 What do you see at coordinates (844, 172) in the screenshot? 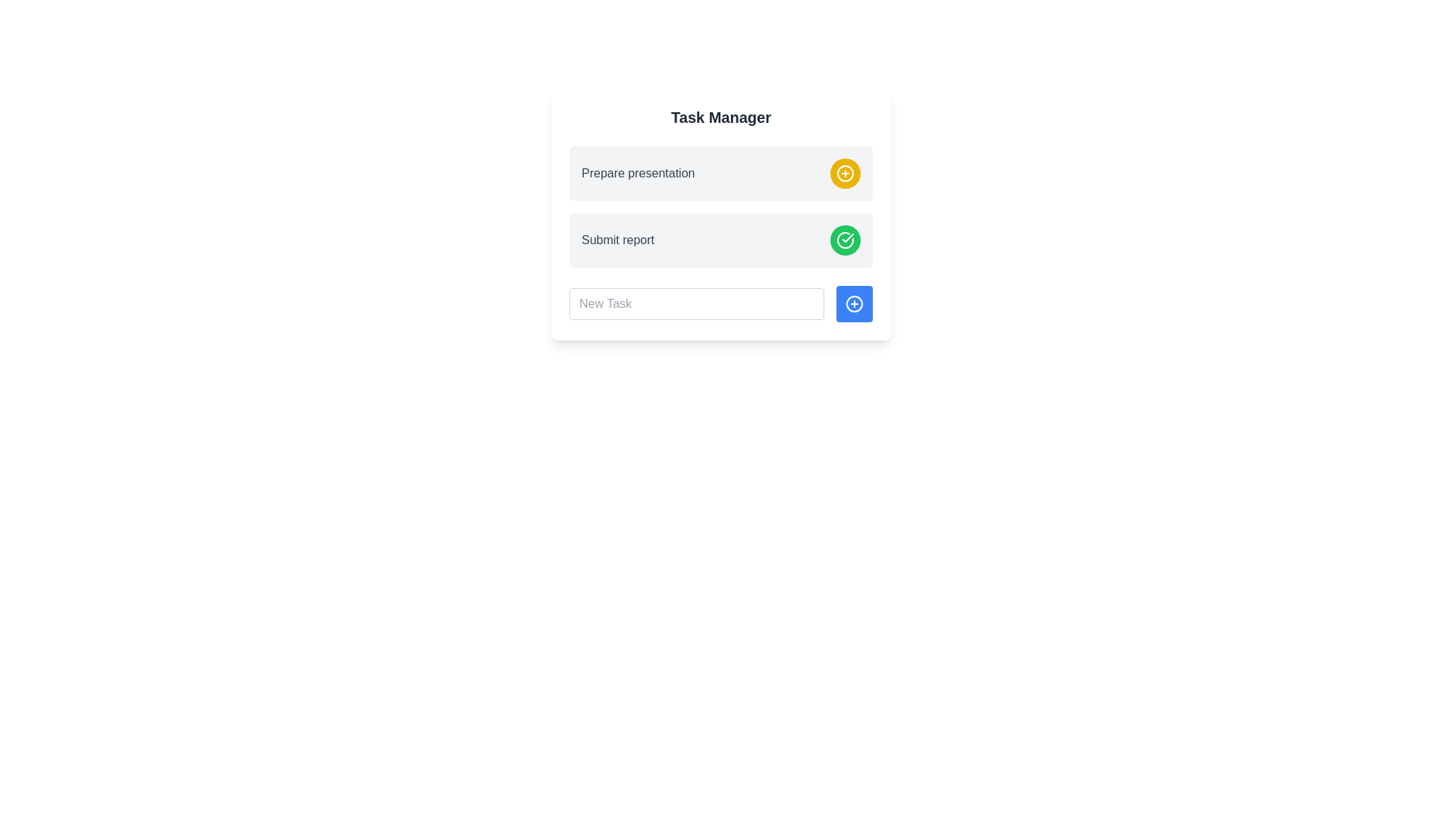
I see `the small, circular yellow button with a white border and a white plus symbol at the center, located in the task item 'Prepare presentation'` at bounding box center [844, 172].